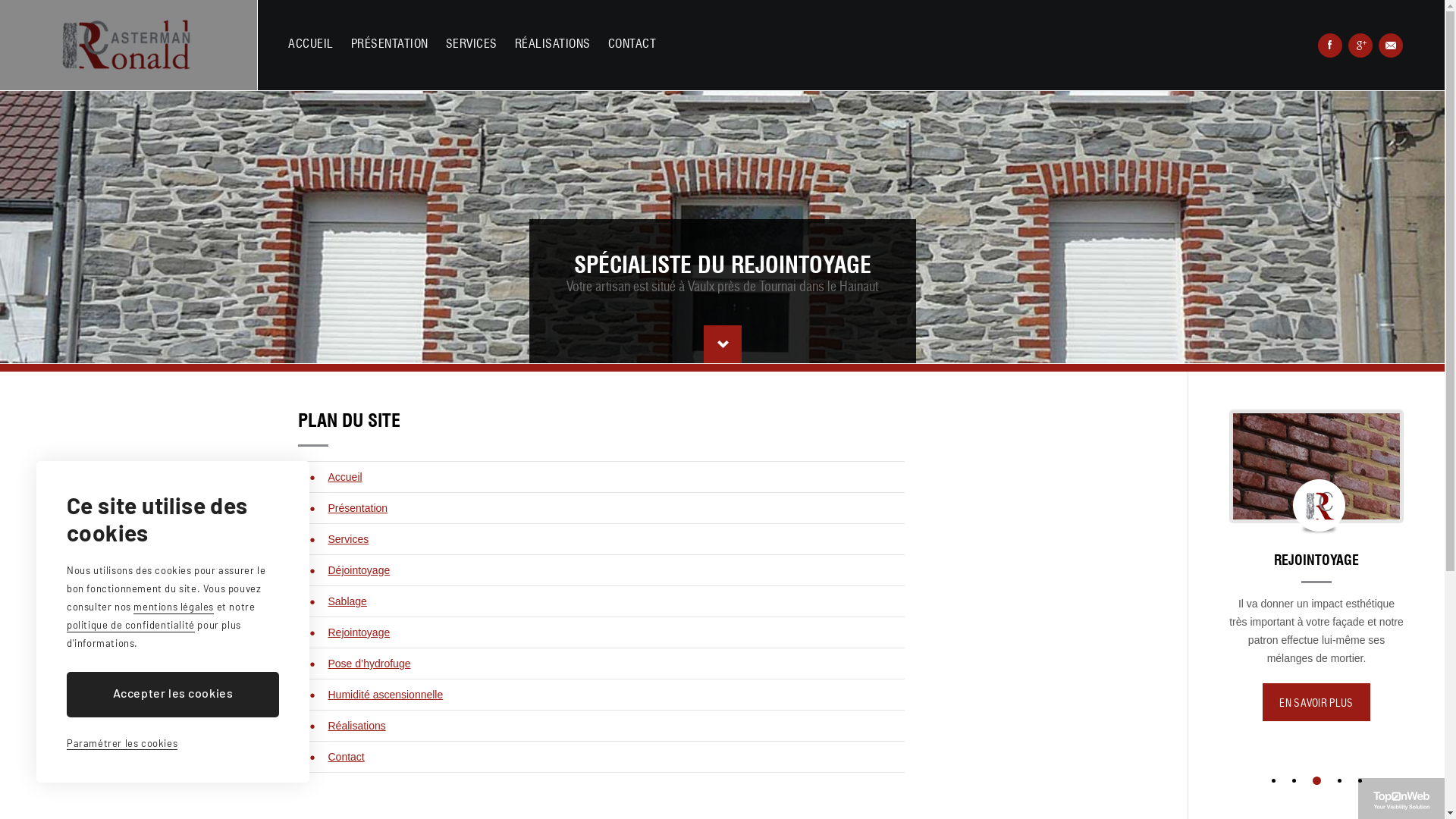 The width and height of the screenshot is (1456, 819). What do you see at coordinates (1272, 780) in the screenshot?
I see `'1'` at bounding box center [1272, 780].